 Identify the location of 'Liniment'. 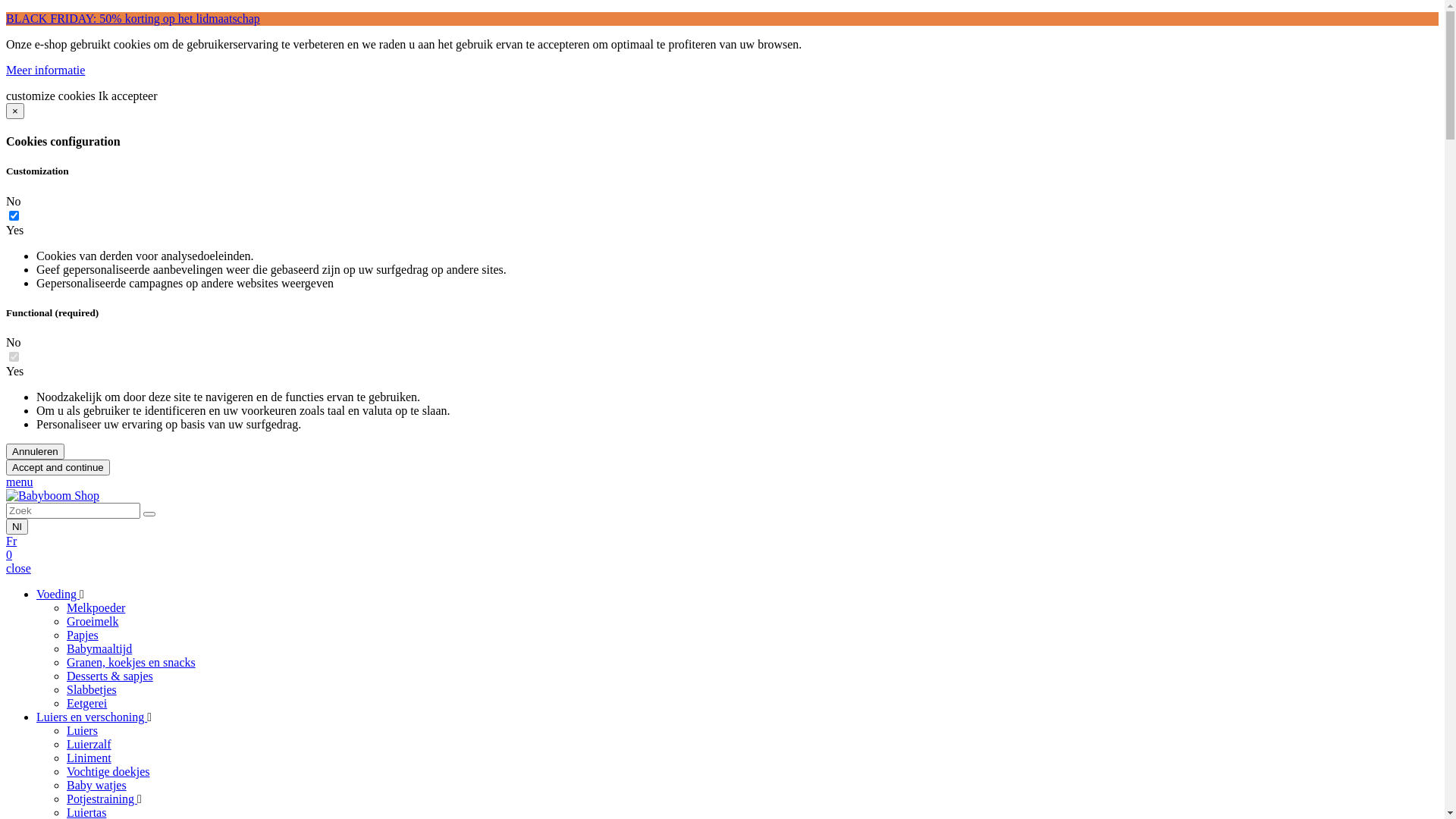
(88, 758).